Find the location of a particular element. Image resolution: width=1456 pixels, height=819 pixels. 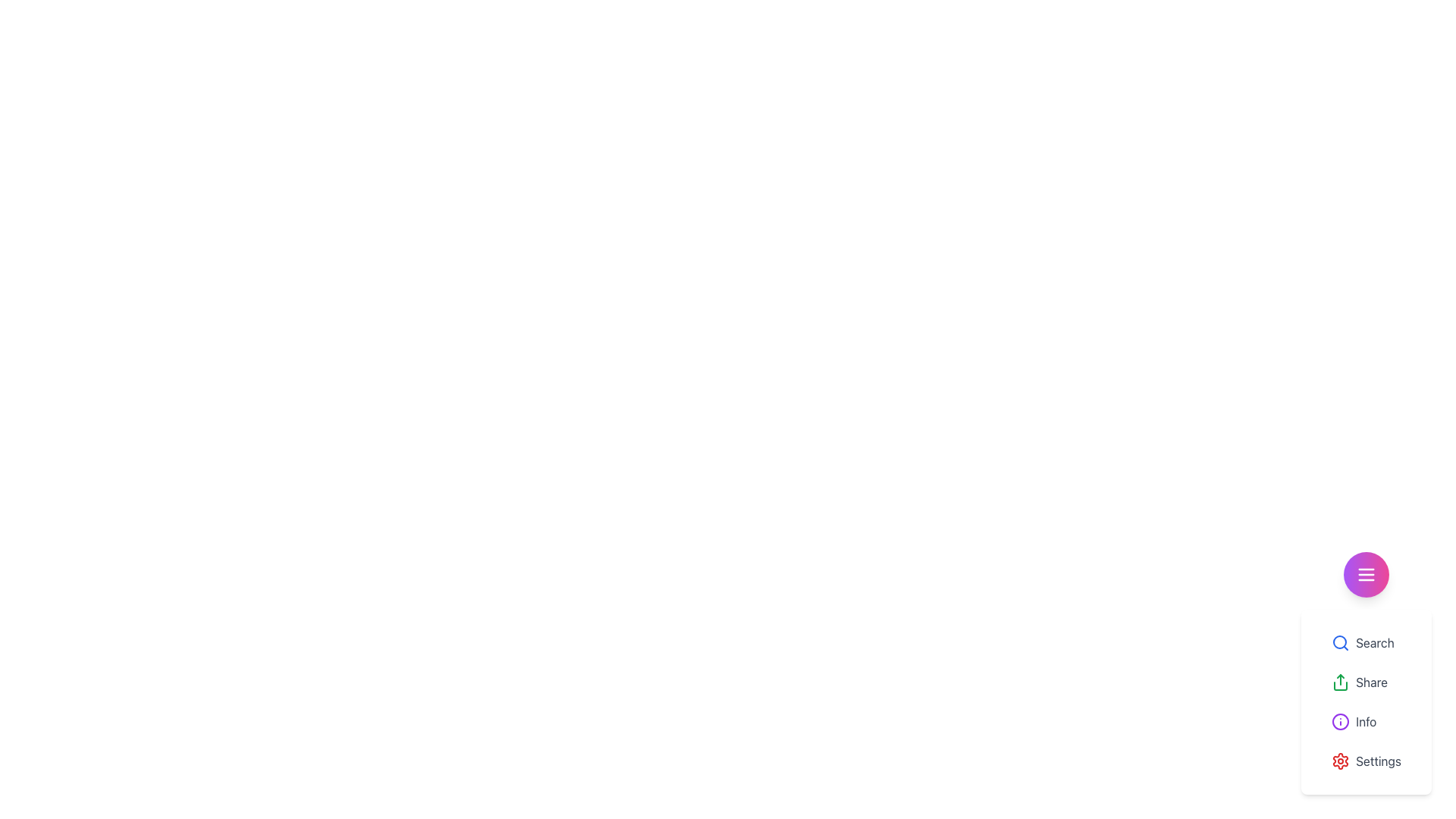

the 'Search' button located at the top of the vertical menu containing options: 'Search', 'Share', 'Info', and 'Settings' is located at coordinates (1367, 643).